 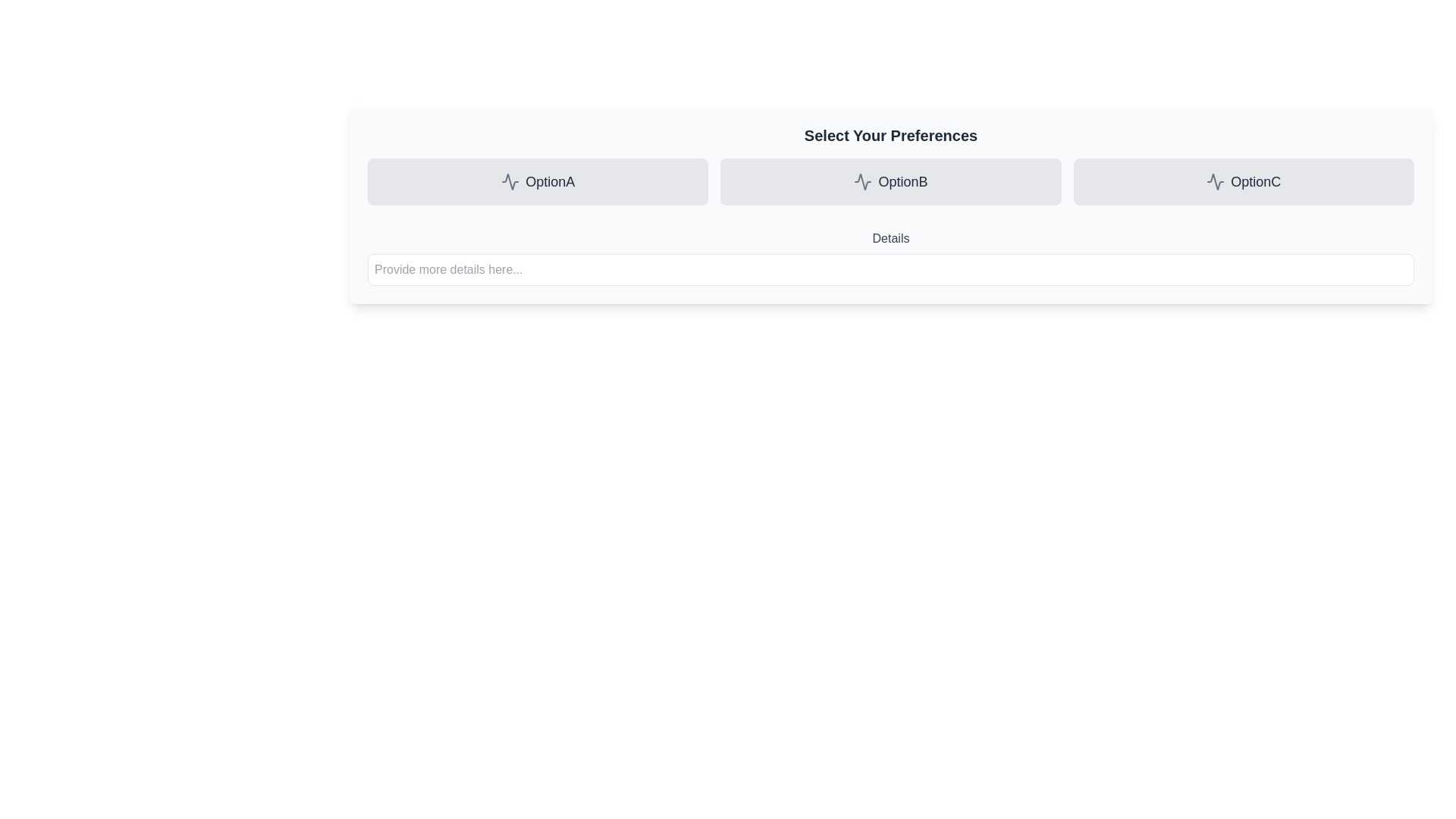 I want to click on text label for 'OptionA', which serves as a clickable identifier in the horizontal layout of options, so click(x=549, y=180).